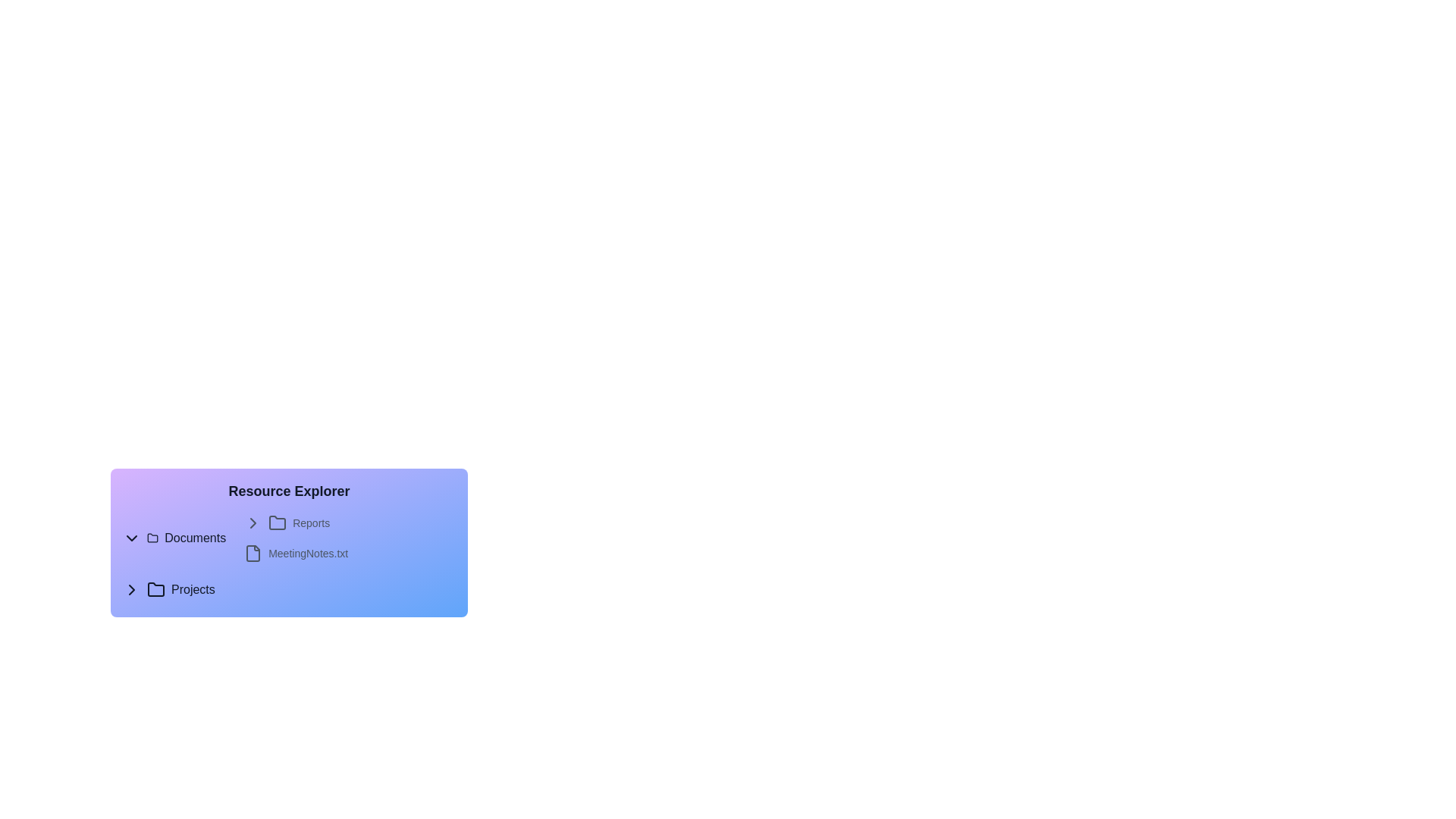 Image resolution: width=1456 pixels, height=819 pixels. I want to click on the file icon representing 'MeetingNotes.txt' located at the beginning of the line in the Resource Explorer interface, so click(253, 553).